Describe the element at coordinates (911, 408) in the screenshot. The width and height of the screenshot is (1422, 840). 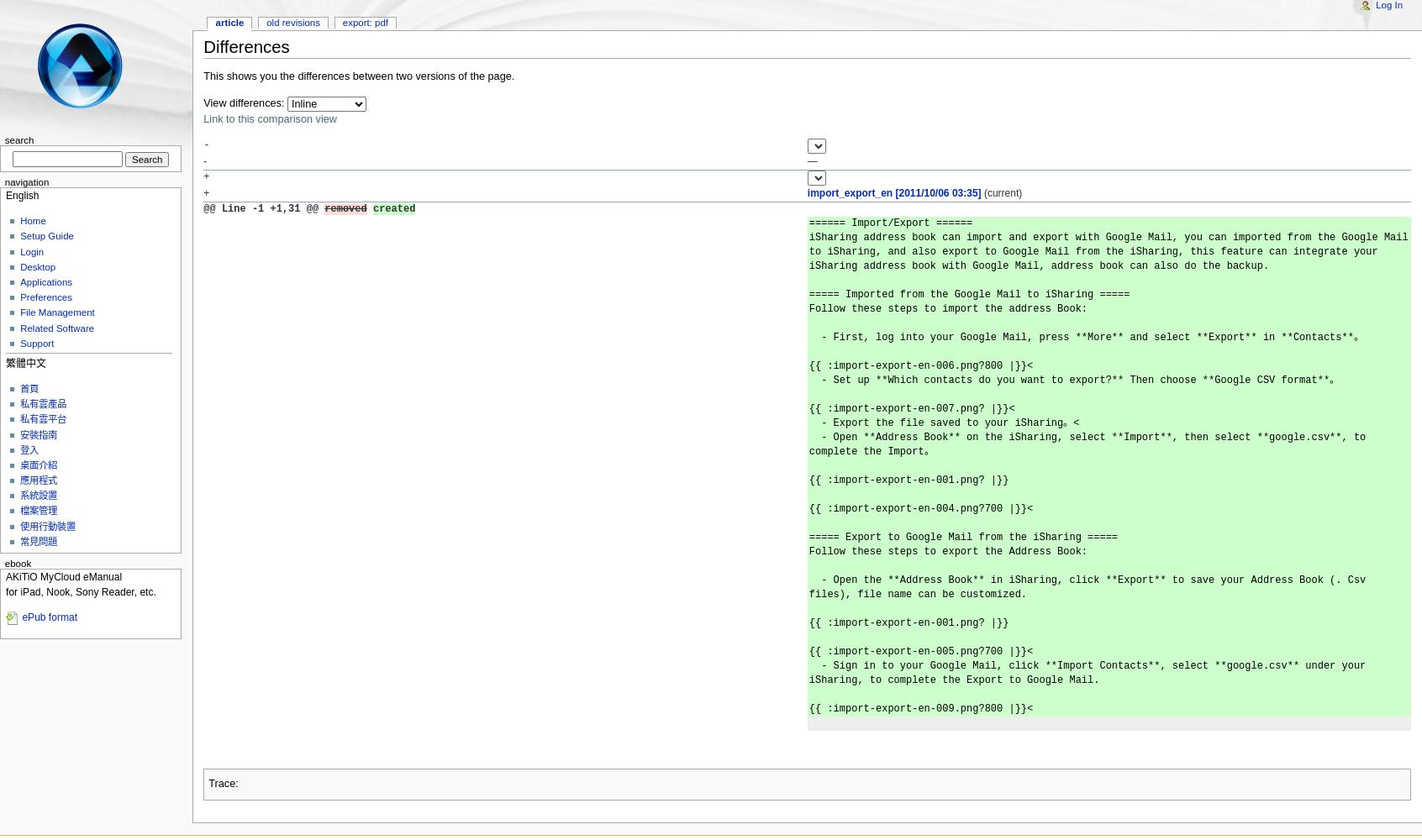
I see `'{{ :​import-export-en-007.png?​ |}}<'` at that location.